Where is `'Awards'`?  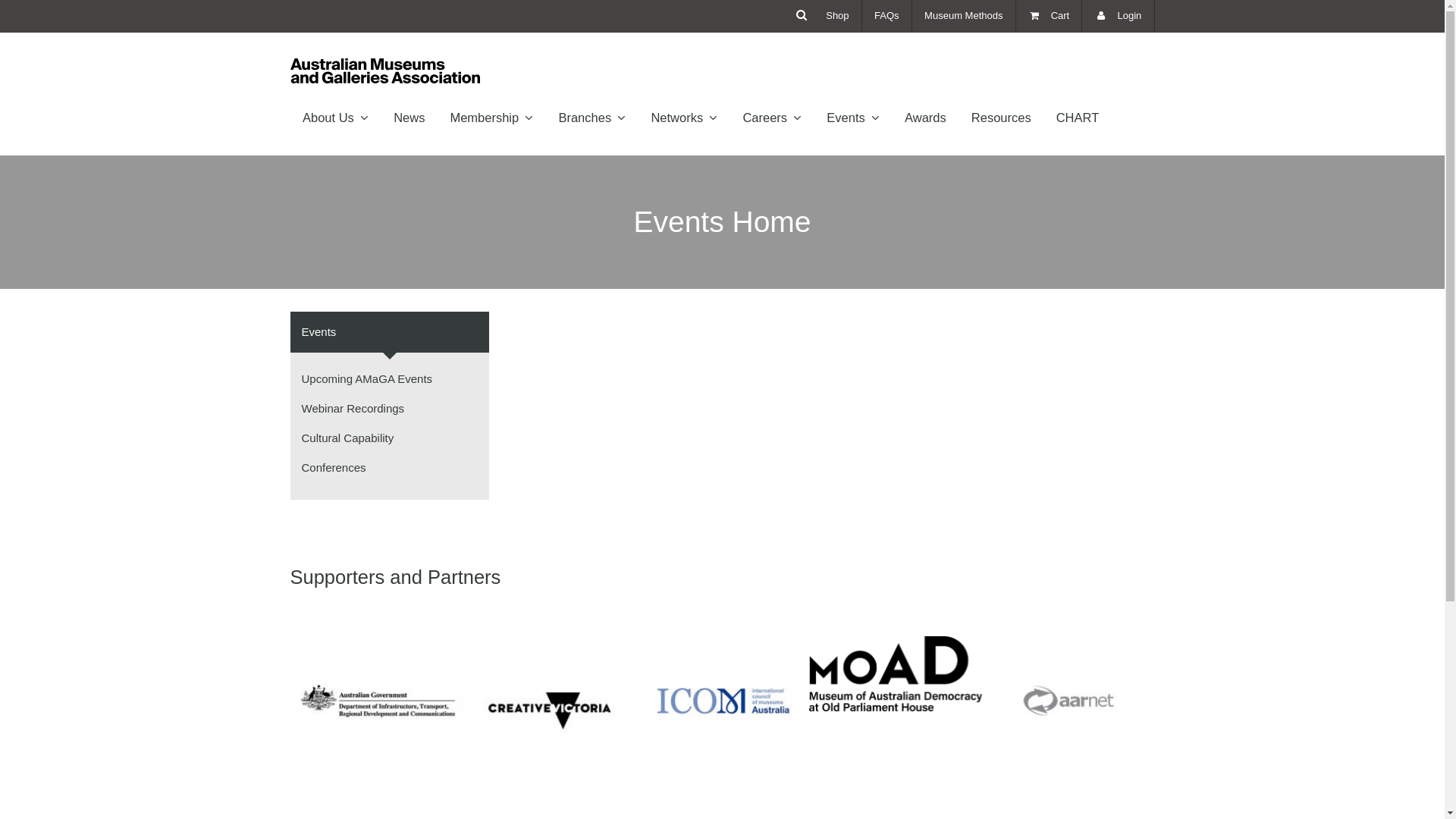
'Awards' is located at coordinates (892, 116).